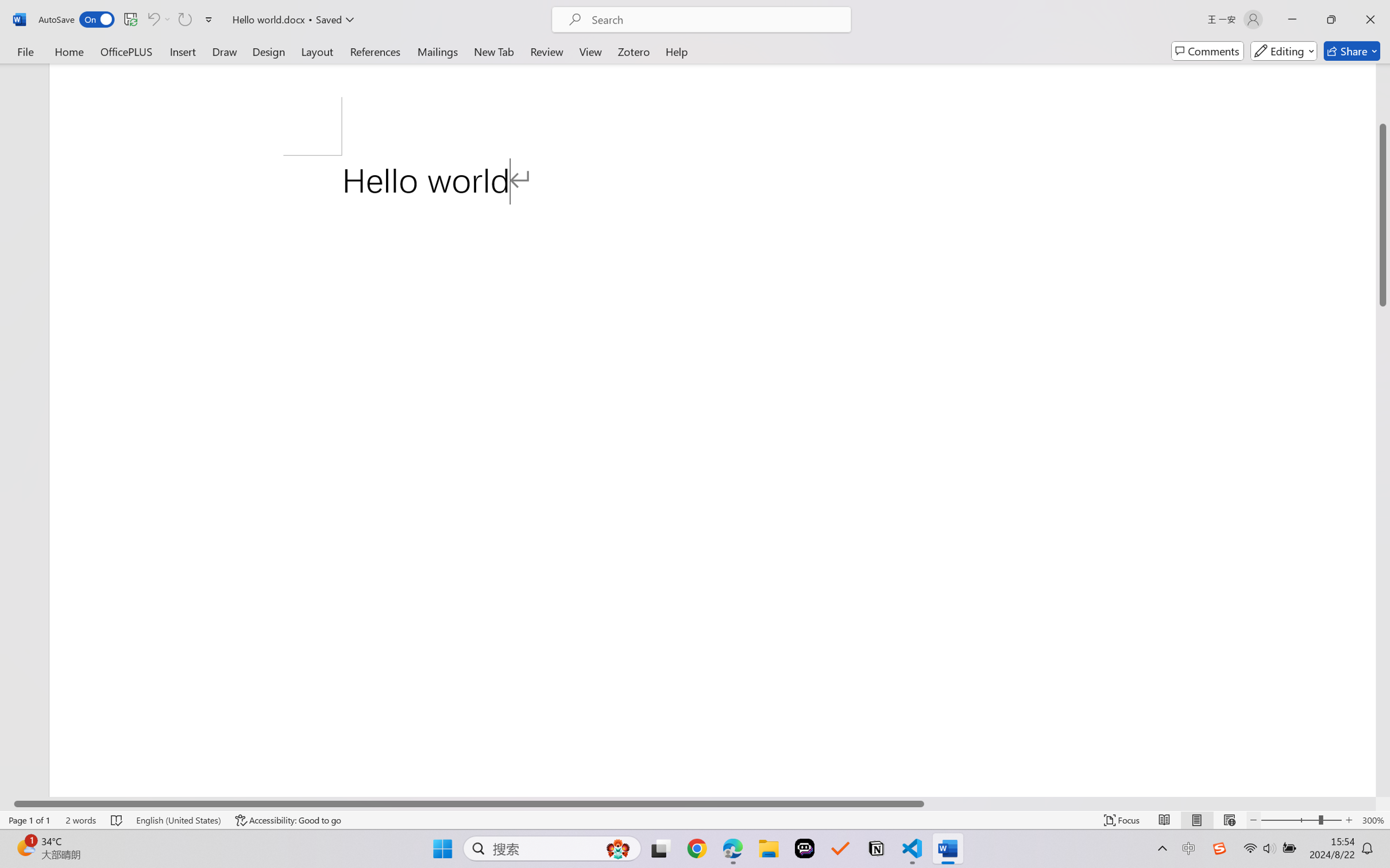 This screenshot has width=1390, height=868. What do you see at coordinates (1351, 51) in the screenshot?
I see `'Share'` at bounding box center [1351, 51].